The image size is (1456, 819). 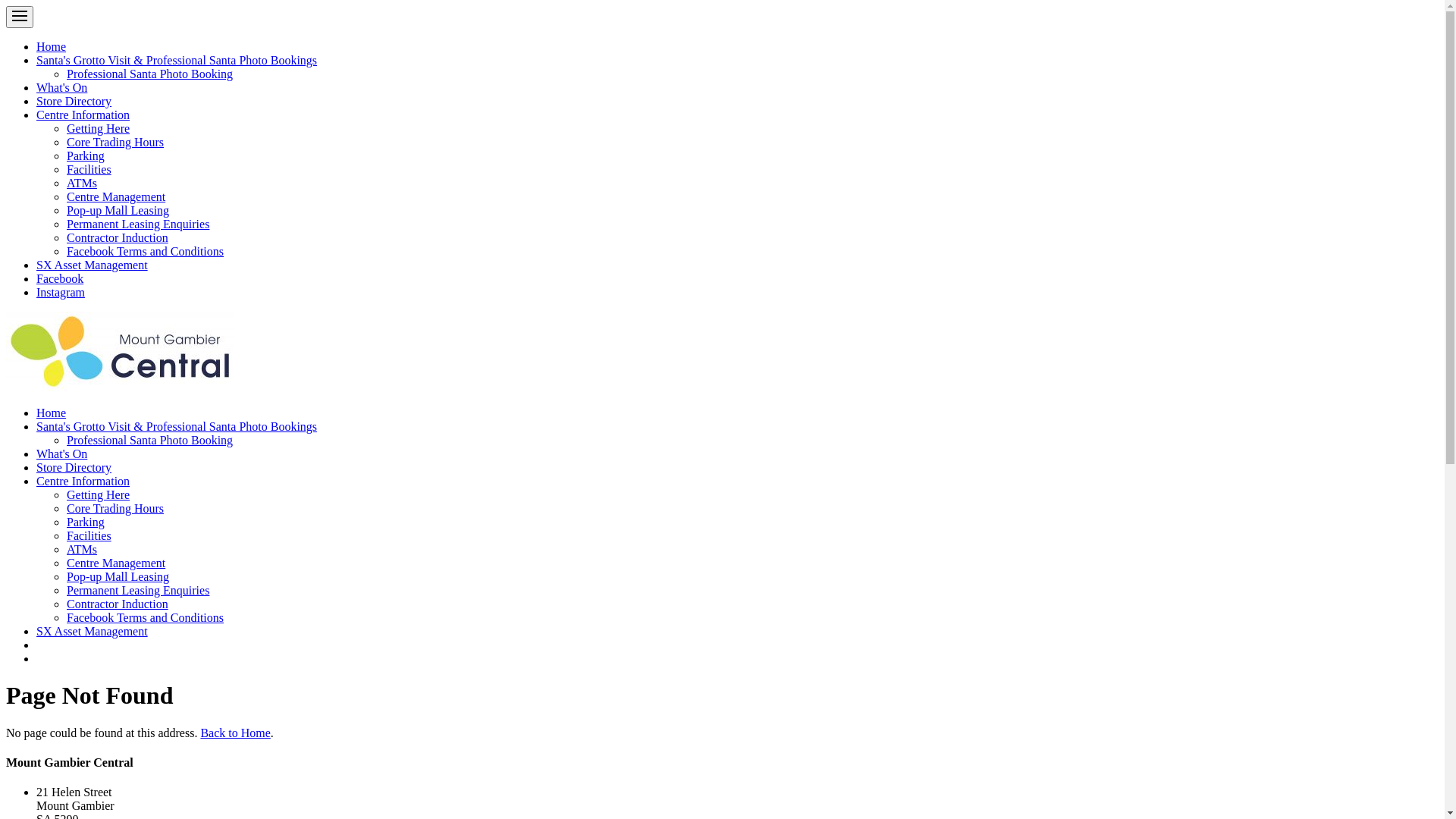 What do you see at coordinates (6, 351) in the screenshot?
I see `'Mount Gambier Central'` at bounding box center [6, 351].